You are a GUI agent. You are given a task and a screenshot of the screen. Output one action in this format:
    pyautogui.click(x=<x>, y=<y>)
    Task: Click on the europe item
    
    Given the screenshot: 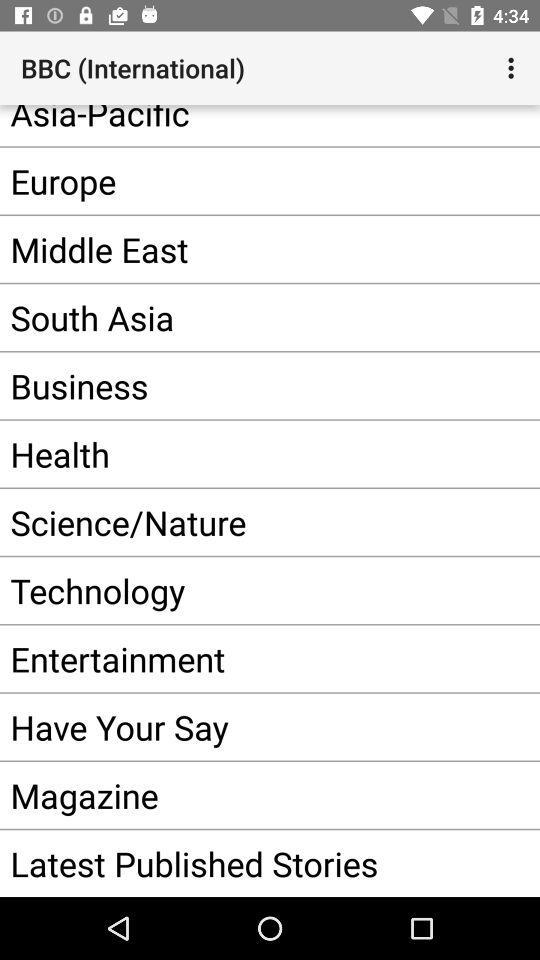 What is the action you would take?
    pyautogui.click(x=239, y=181)
    